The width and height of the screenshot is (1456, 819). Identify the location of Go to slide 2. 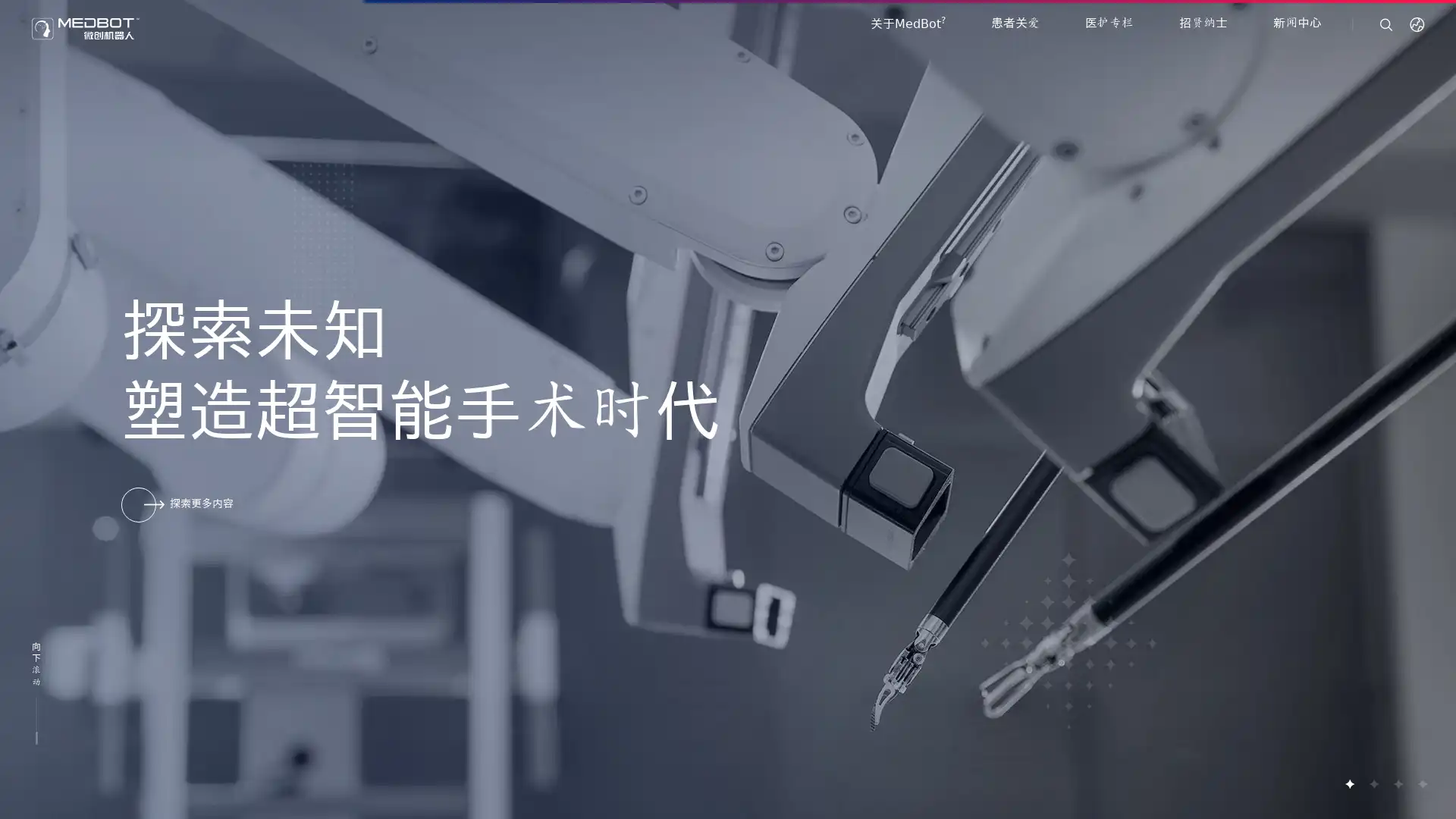
(1373, 783).